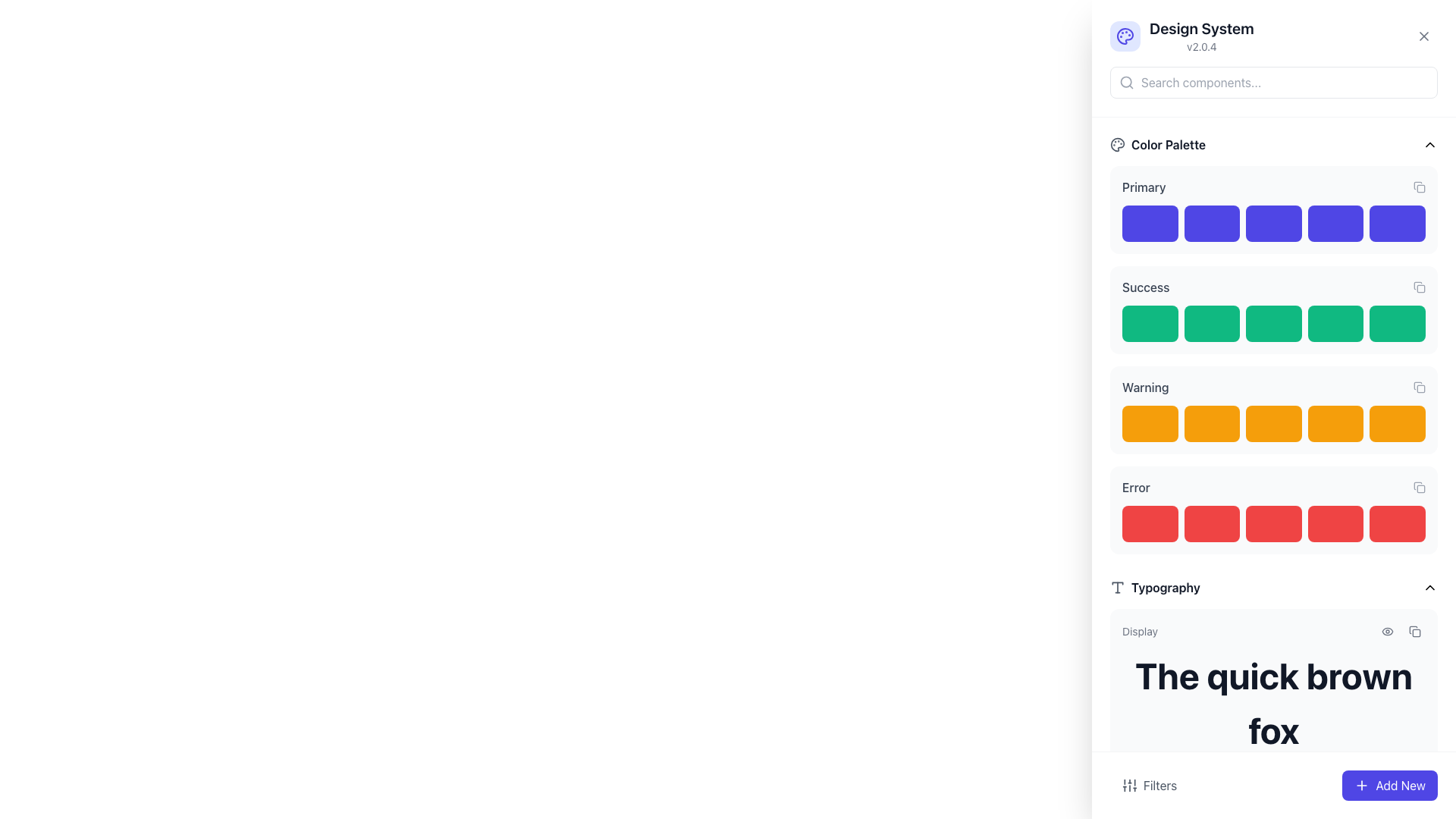  Describe the element at coordinates (1274, 689) in the screenshot. I see `the first Text Display Card in the Typography section, which has a light gray background and contains the text 'The quick brown fox'` at that location.